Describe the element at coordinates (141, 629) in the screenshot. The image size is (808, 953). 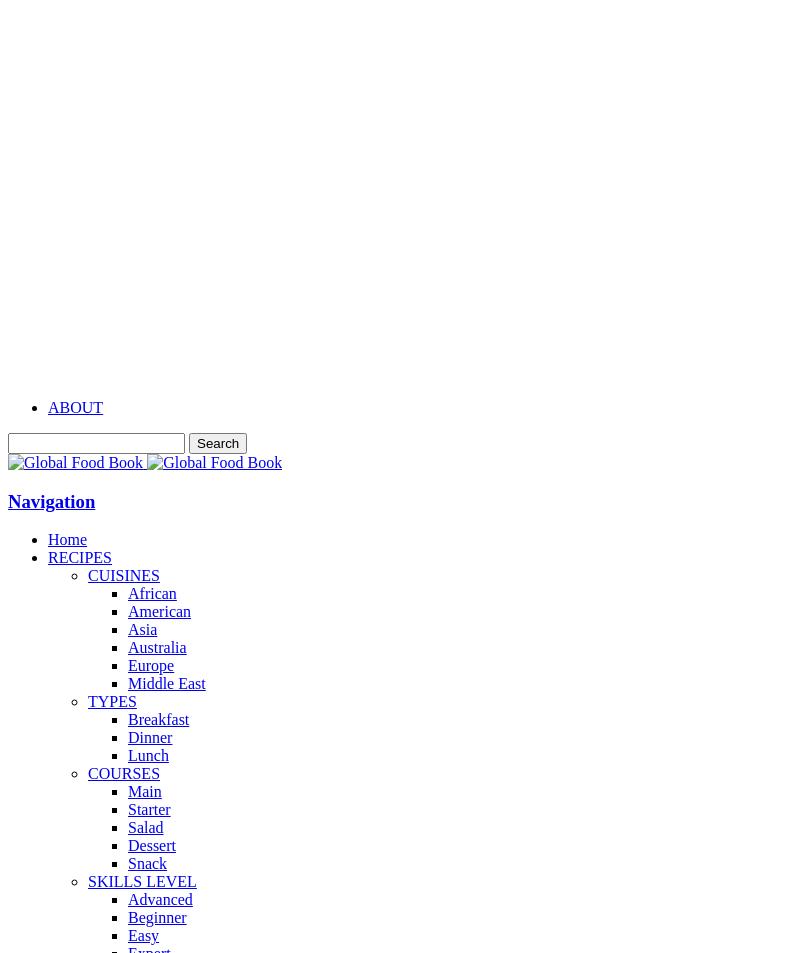
I see `'Asia'` at that location.